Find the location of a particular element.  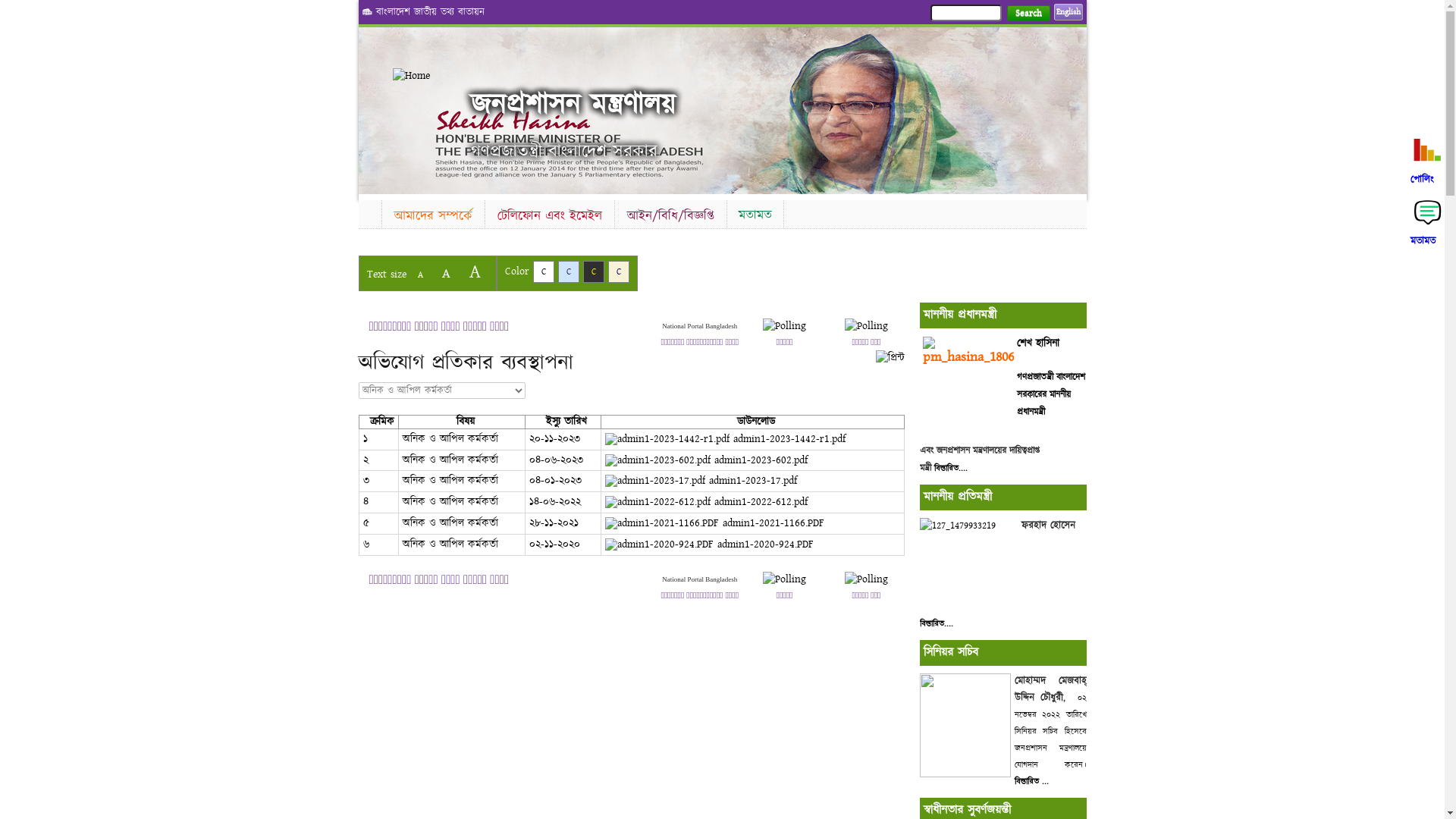

'admin1-2023-602.pdf' is located at coordinates (705, 459).